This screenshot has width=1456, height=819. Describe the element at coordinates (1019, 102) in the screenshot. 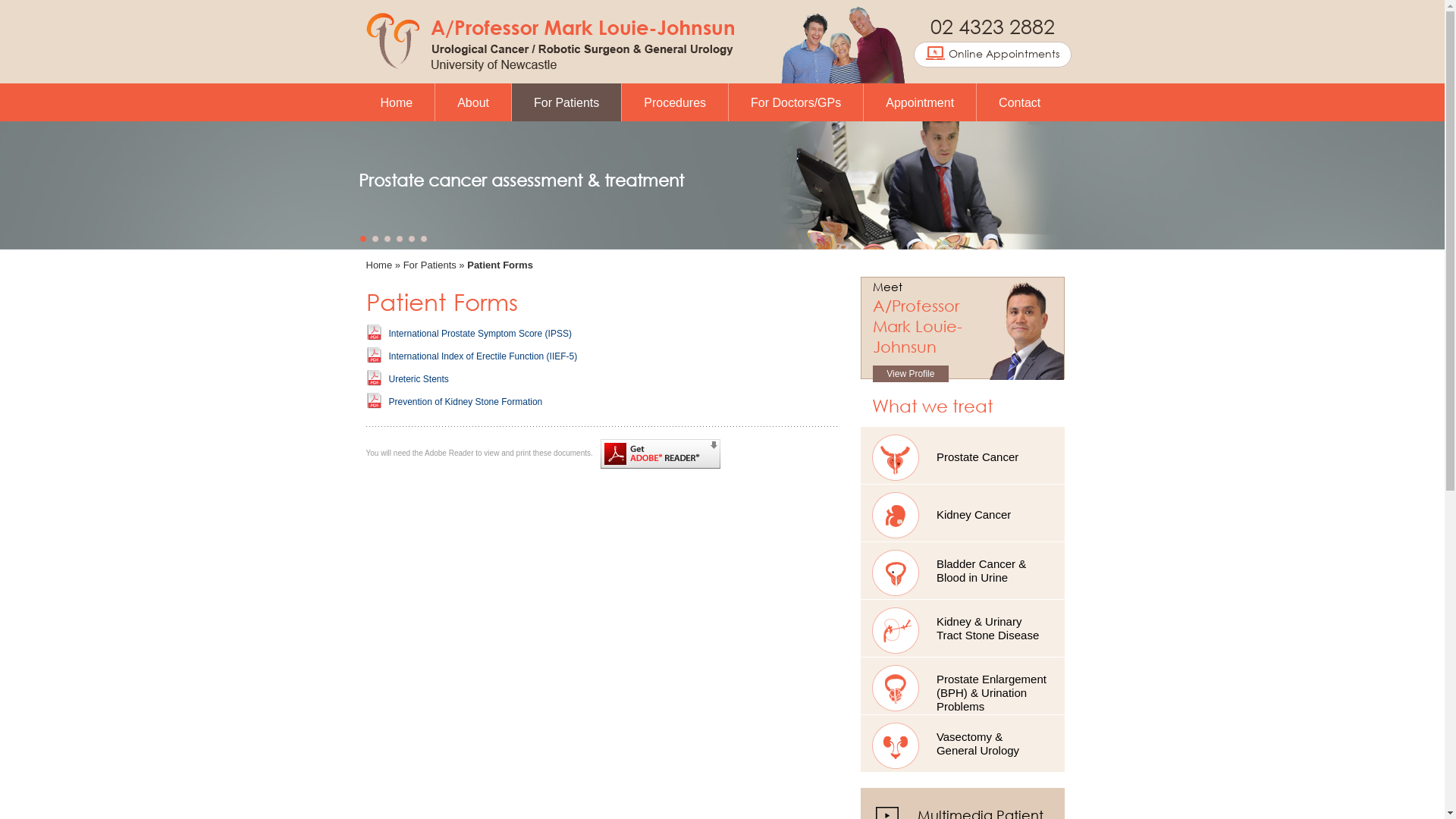

I see `'Contact'` at that location.